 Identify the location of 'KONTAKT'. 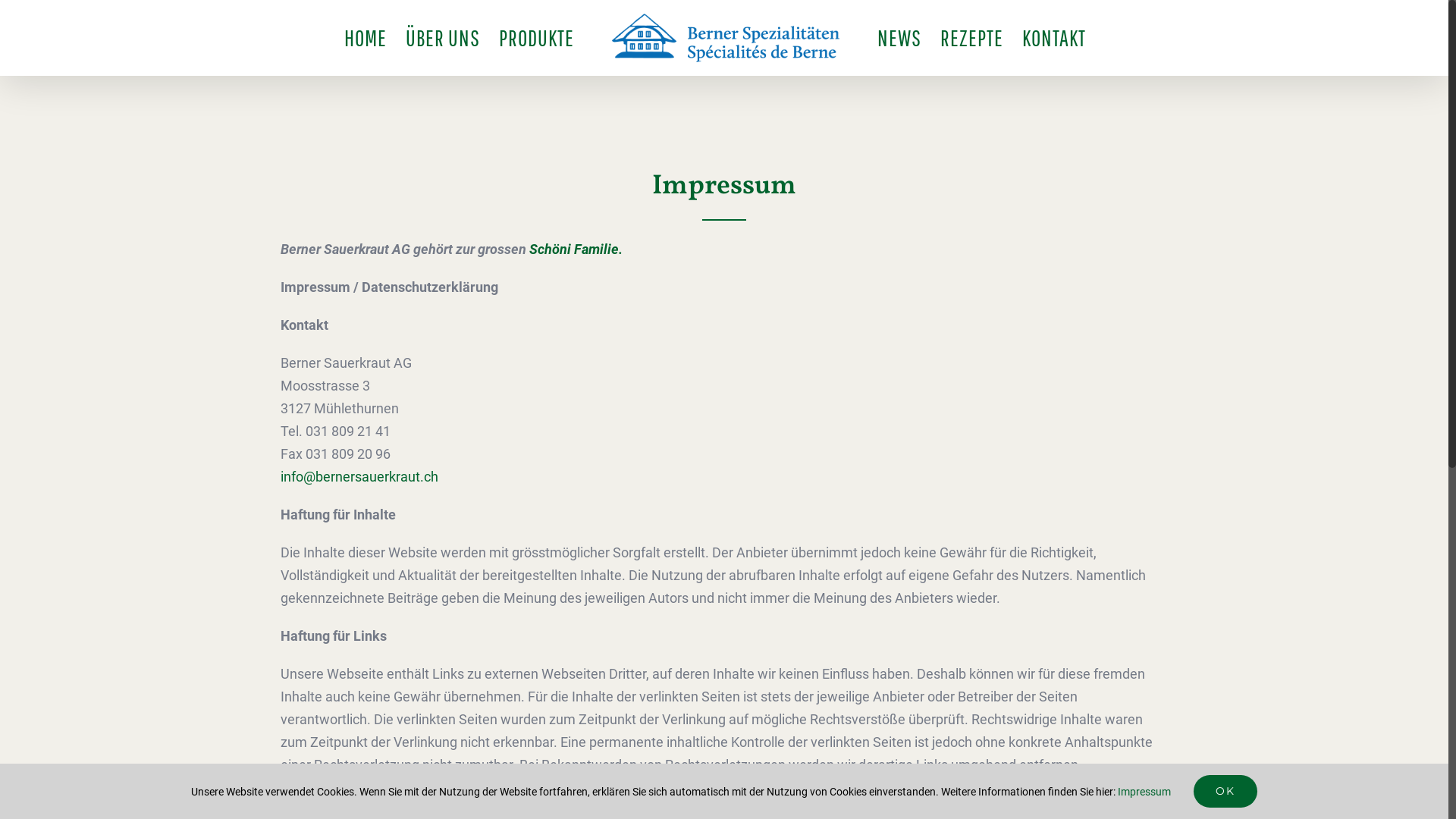
(1022, 37).